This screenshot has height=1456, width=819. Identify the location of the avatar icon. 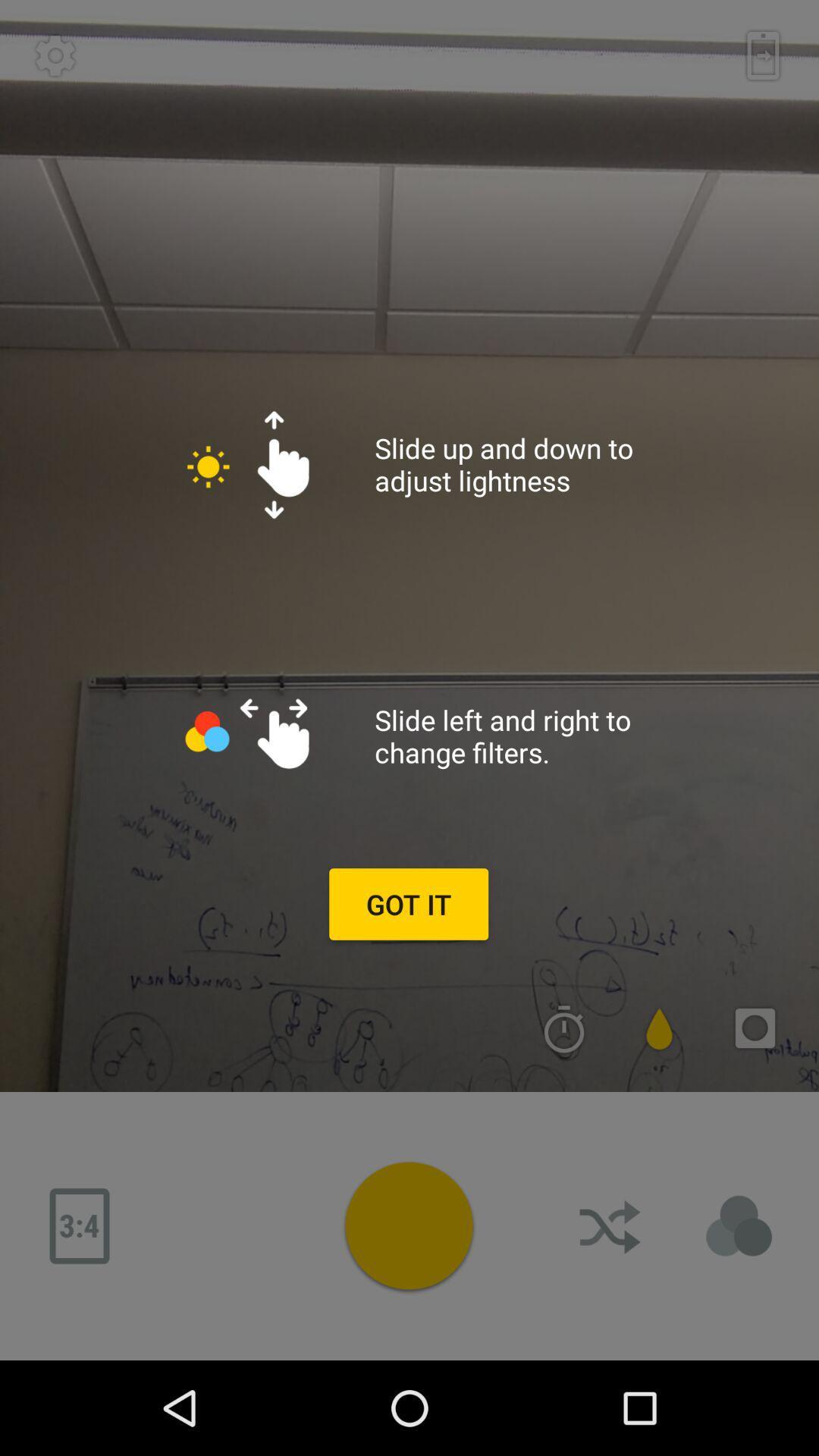
(408, 1225).